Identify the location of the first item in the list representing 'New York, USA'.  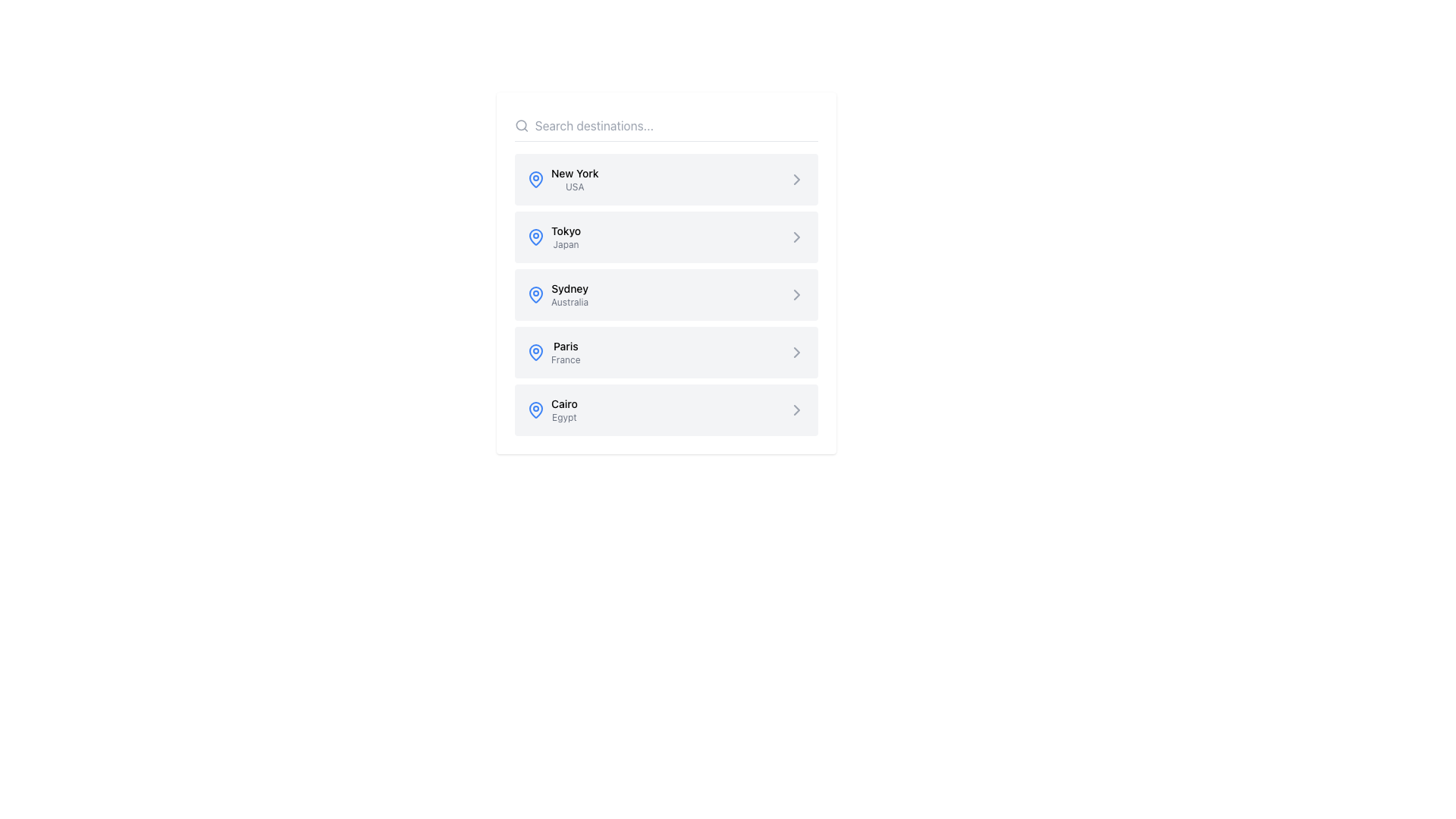
(666, 178).